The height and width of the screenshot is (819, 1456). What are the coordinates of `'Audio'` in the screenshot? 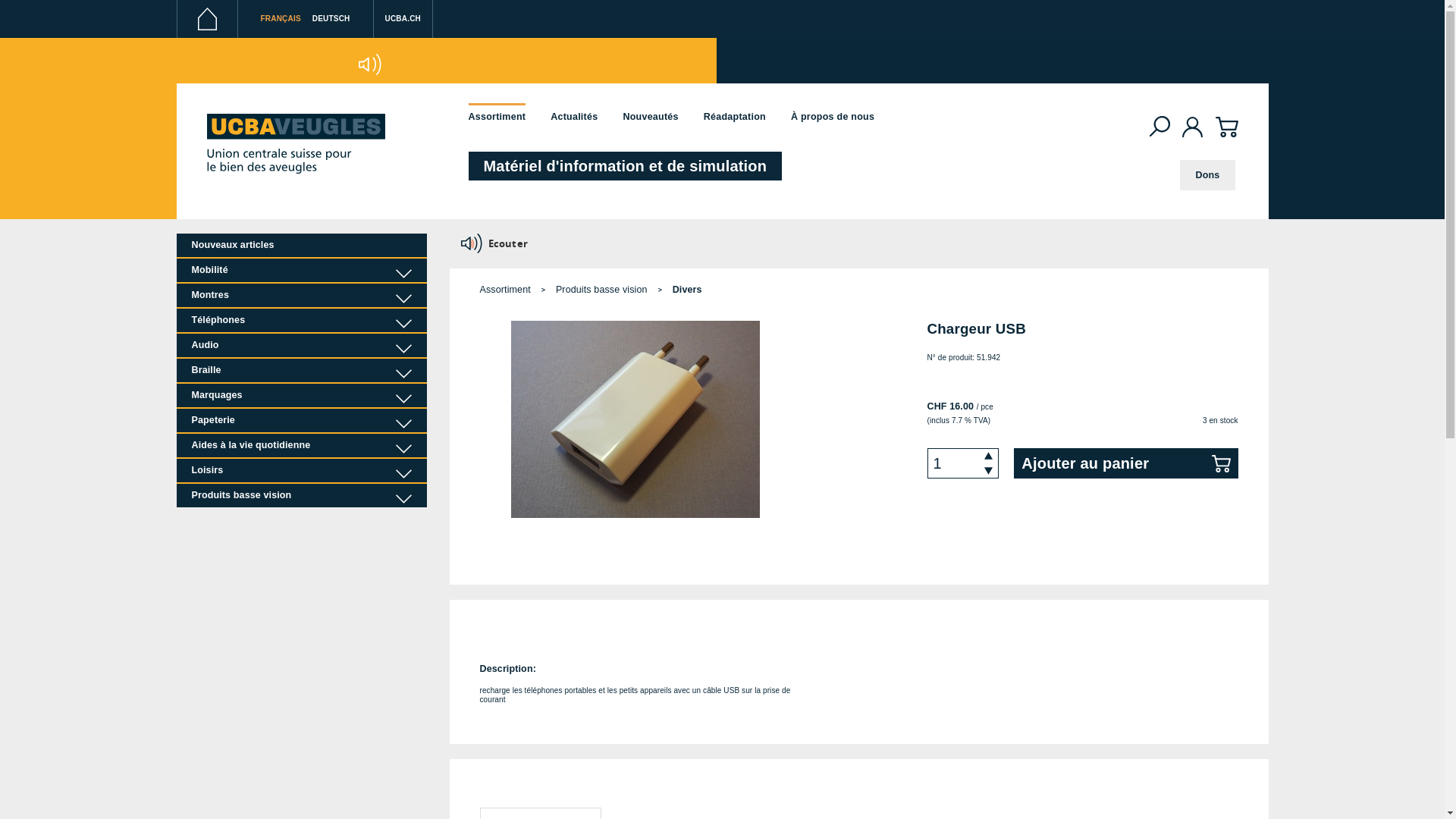 It's located at (301, 345).